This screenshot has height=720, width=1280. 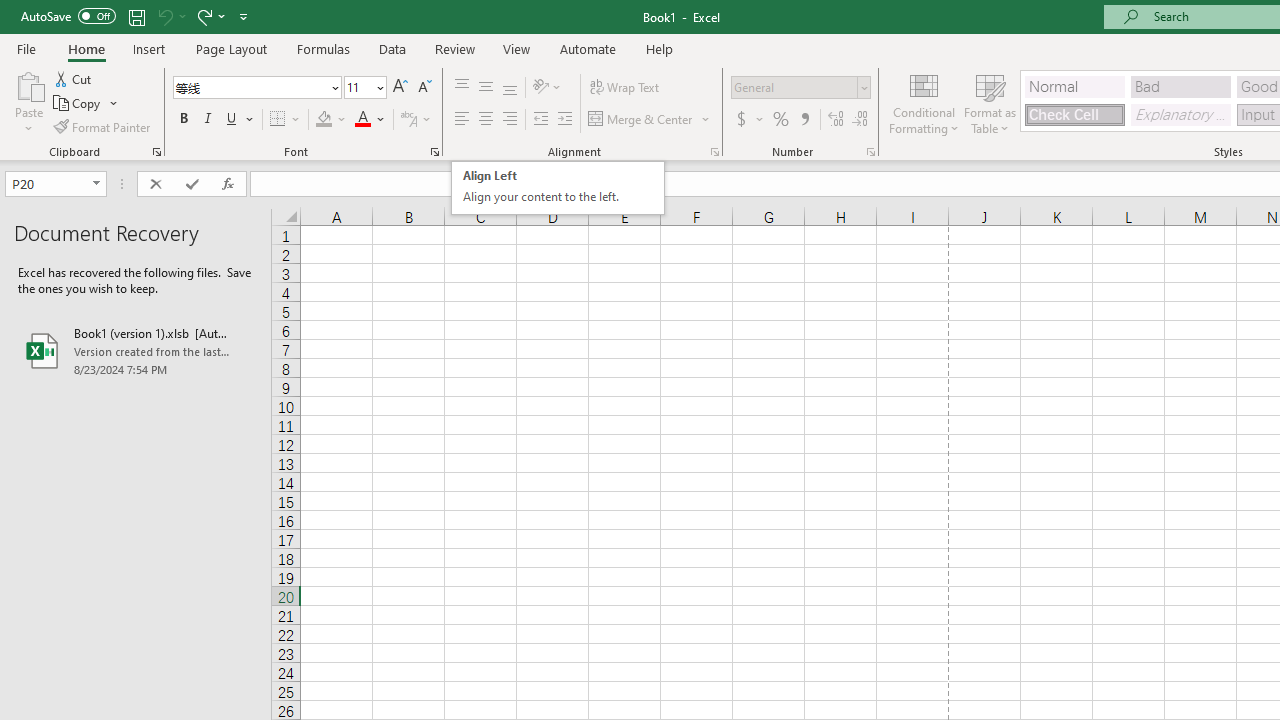 What do you see at coordinates (400, 86) in the screenshot?
I see `'Increase Font Size'` at bounding box center [400, 86].